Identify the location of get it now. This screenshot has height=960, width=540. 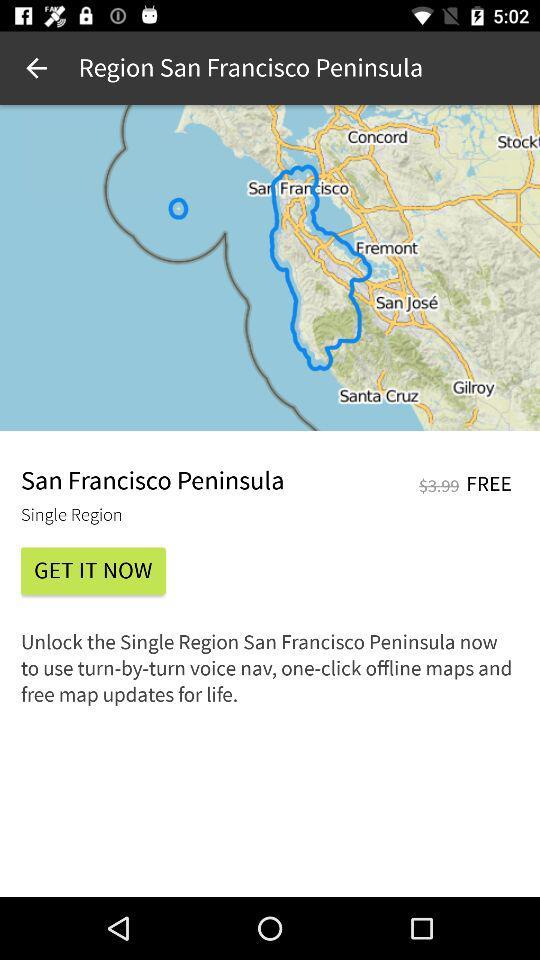
(92, 571).